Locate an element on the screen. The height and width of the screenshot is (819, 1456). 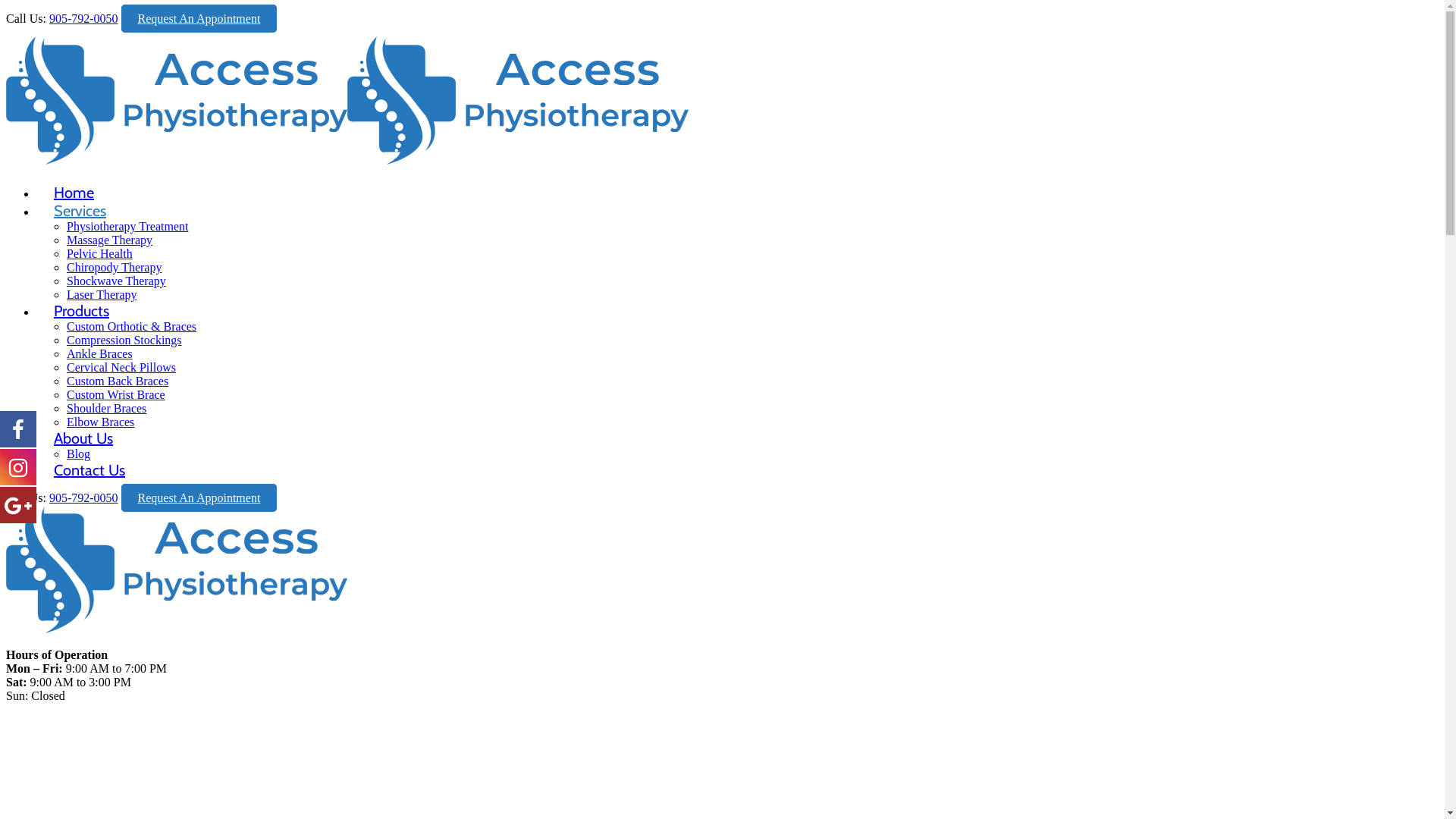
'Elbow Braces' is located at coordinates (99, 422).